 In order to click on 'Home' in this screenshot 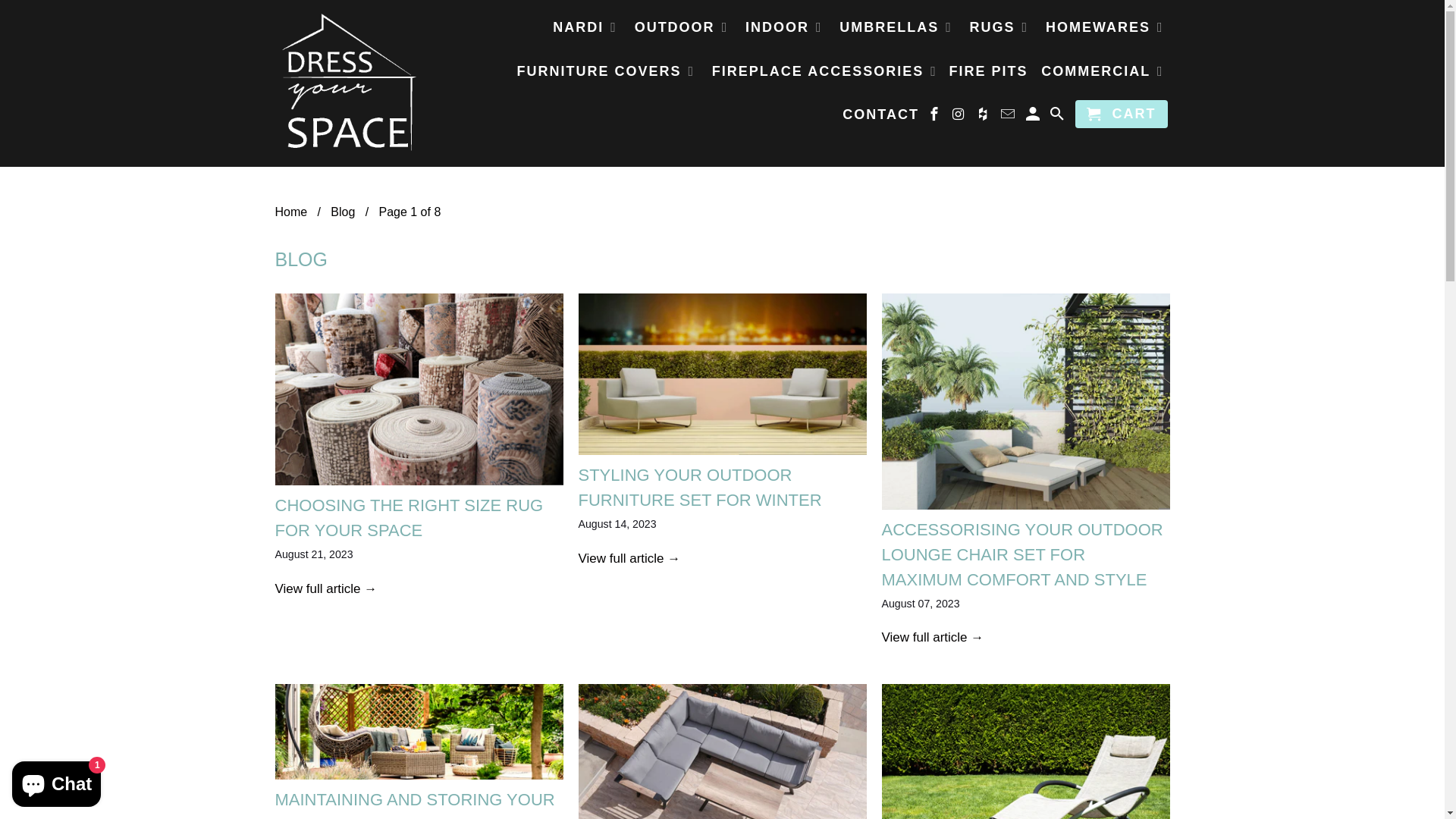, I will do `click(274, 212)`.